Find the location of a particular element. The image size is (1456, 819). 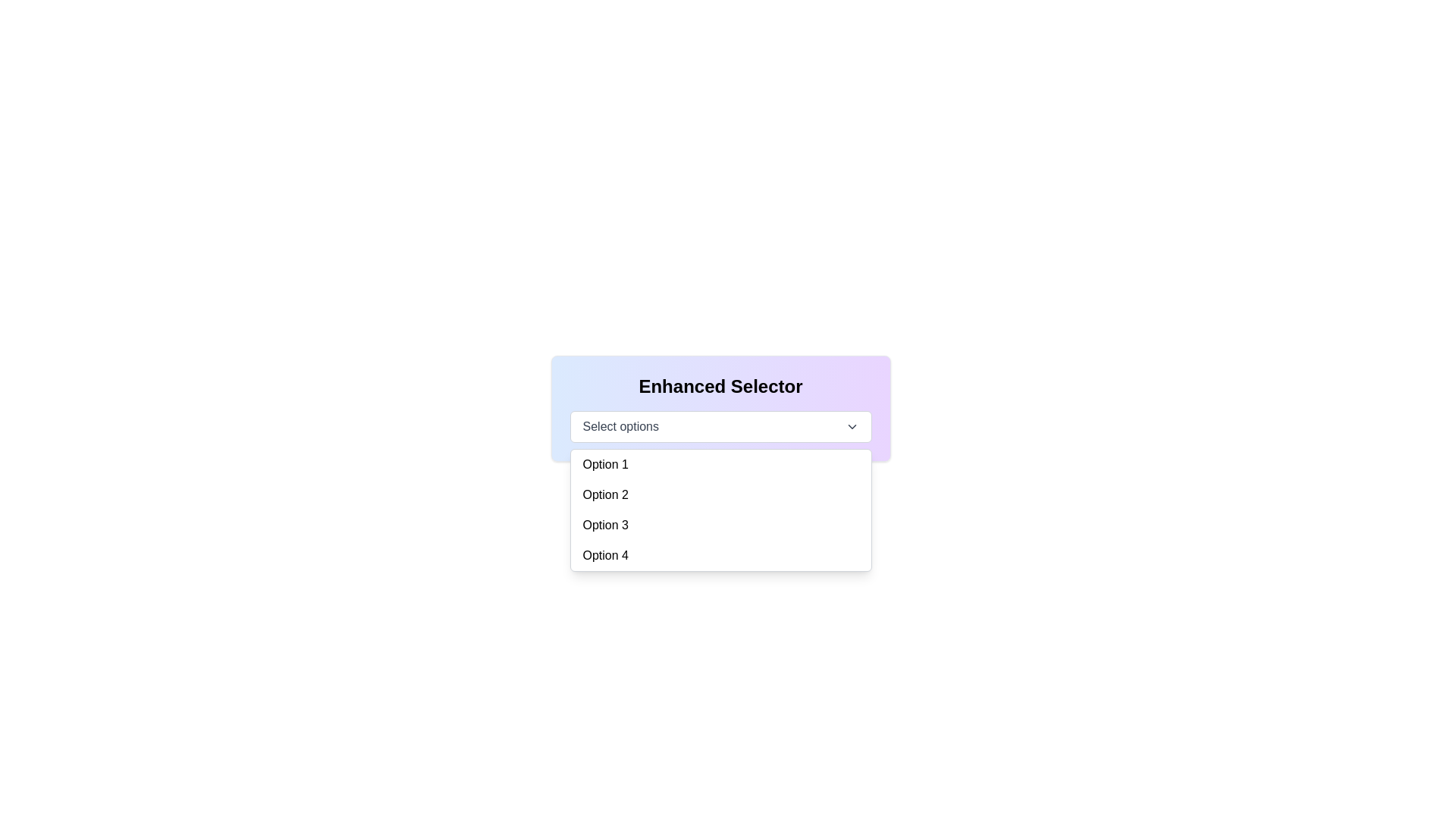

the second option in the dropdown menu titled 'Enhanced Selector' to activate its hover style is located at coordinates (720, 494).